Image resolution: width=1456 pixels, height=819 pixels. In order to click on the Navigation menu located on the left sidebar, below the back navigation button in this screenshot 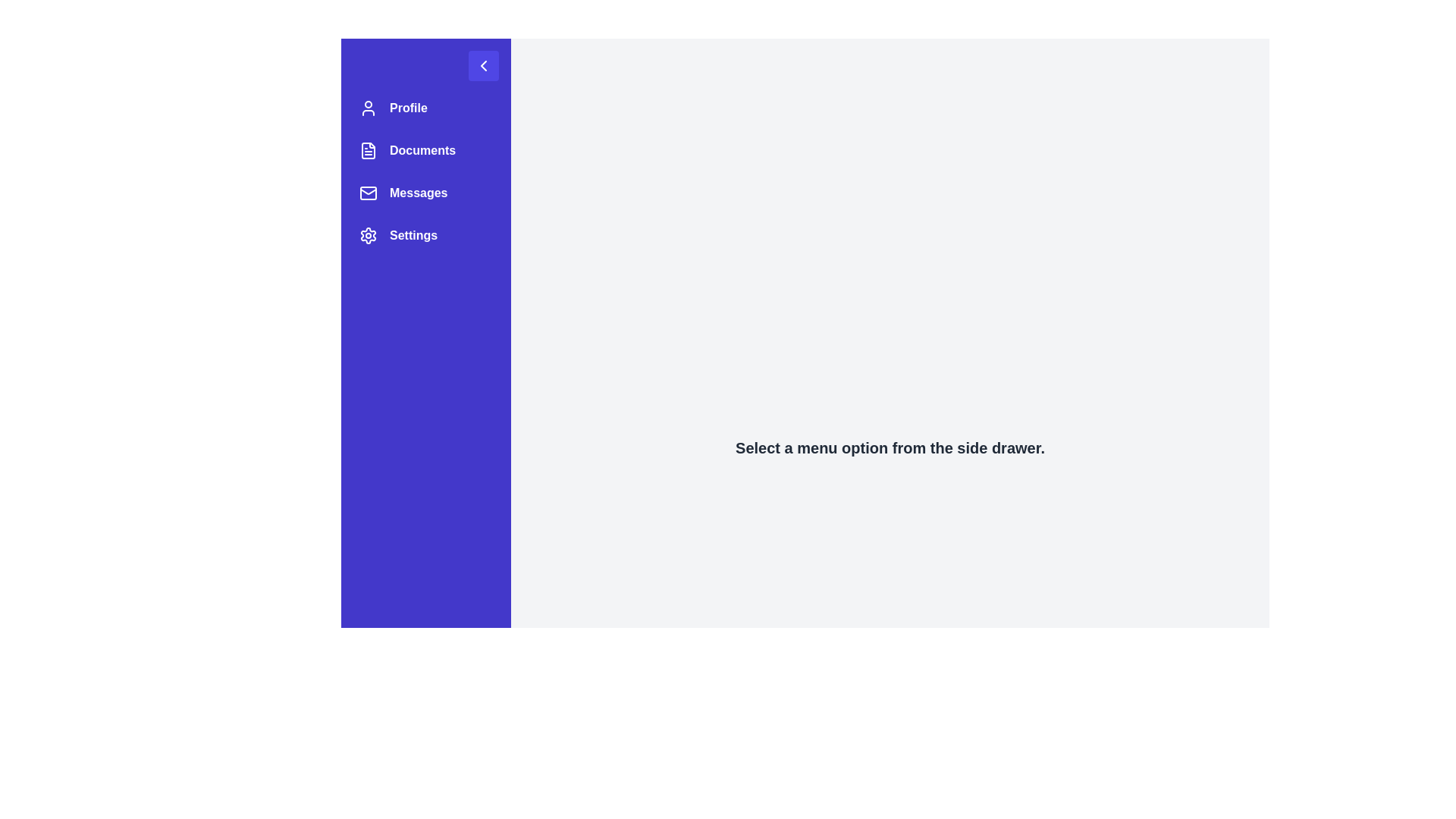, I will do `click(425, 171)`.